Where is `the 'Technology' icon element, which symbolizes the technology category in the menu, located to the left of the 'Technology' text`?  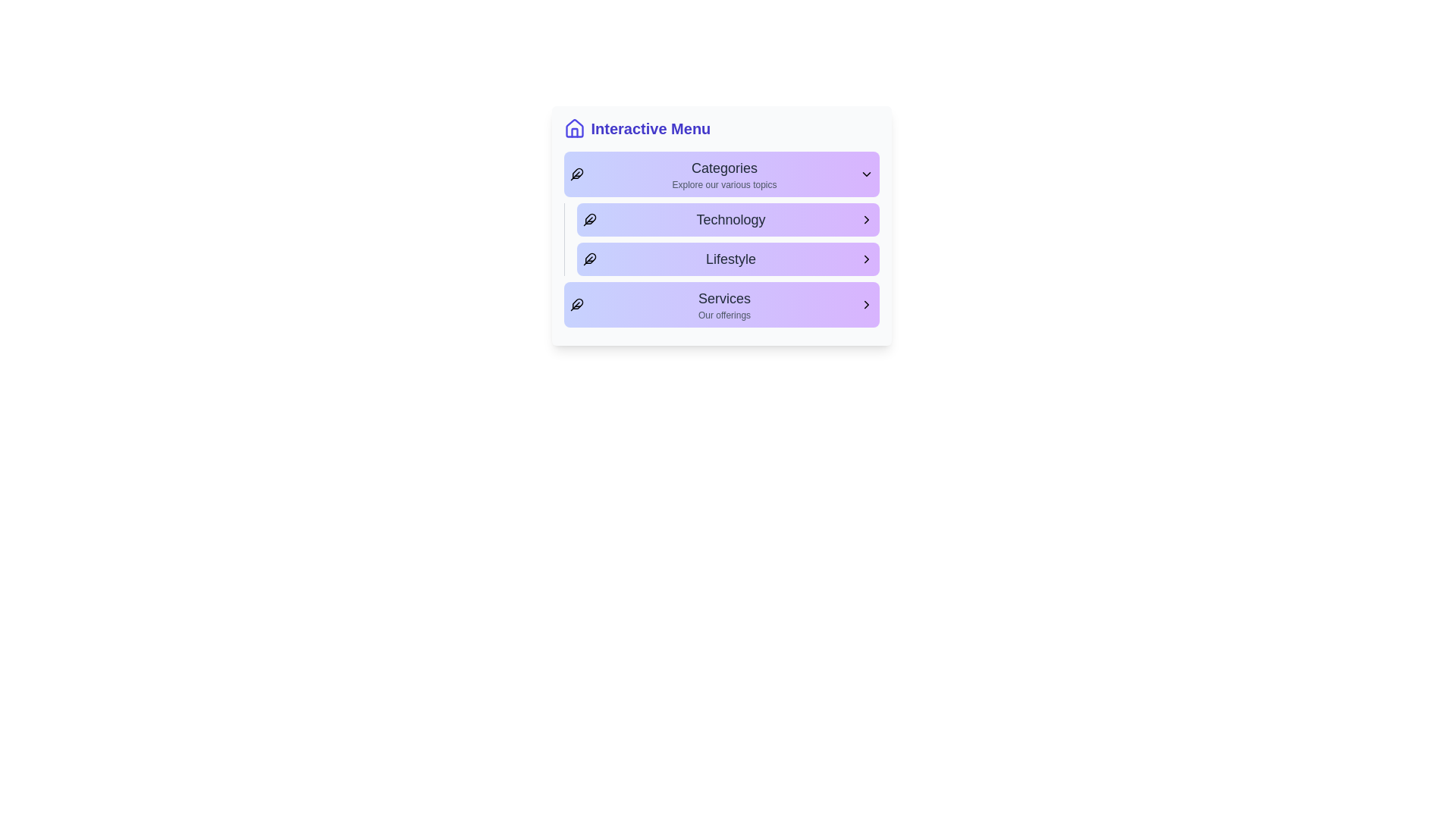 the 'Technology' icon element, which symbolizes the technology category in the menu, located to the left of the 'Technology' text is located at coordinates (588, 219).